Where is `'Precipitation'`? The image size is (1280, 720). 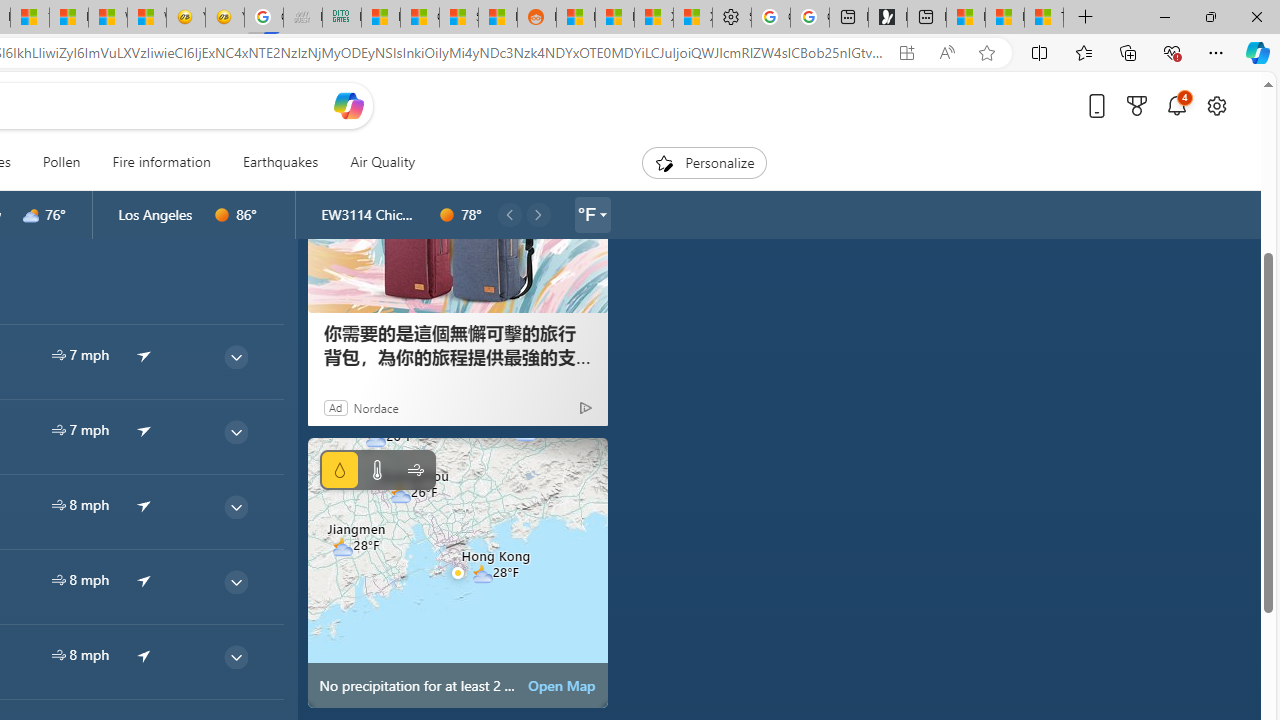 'Precipitation' is located at coordinates (339, 470).